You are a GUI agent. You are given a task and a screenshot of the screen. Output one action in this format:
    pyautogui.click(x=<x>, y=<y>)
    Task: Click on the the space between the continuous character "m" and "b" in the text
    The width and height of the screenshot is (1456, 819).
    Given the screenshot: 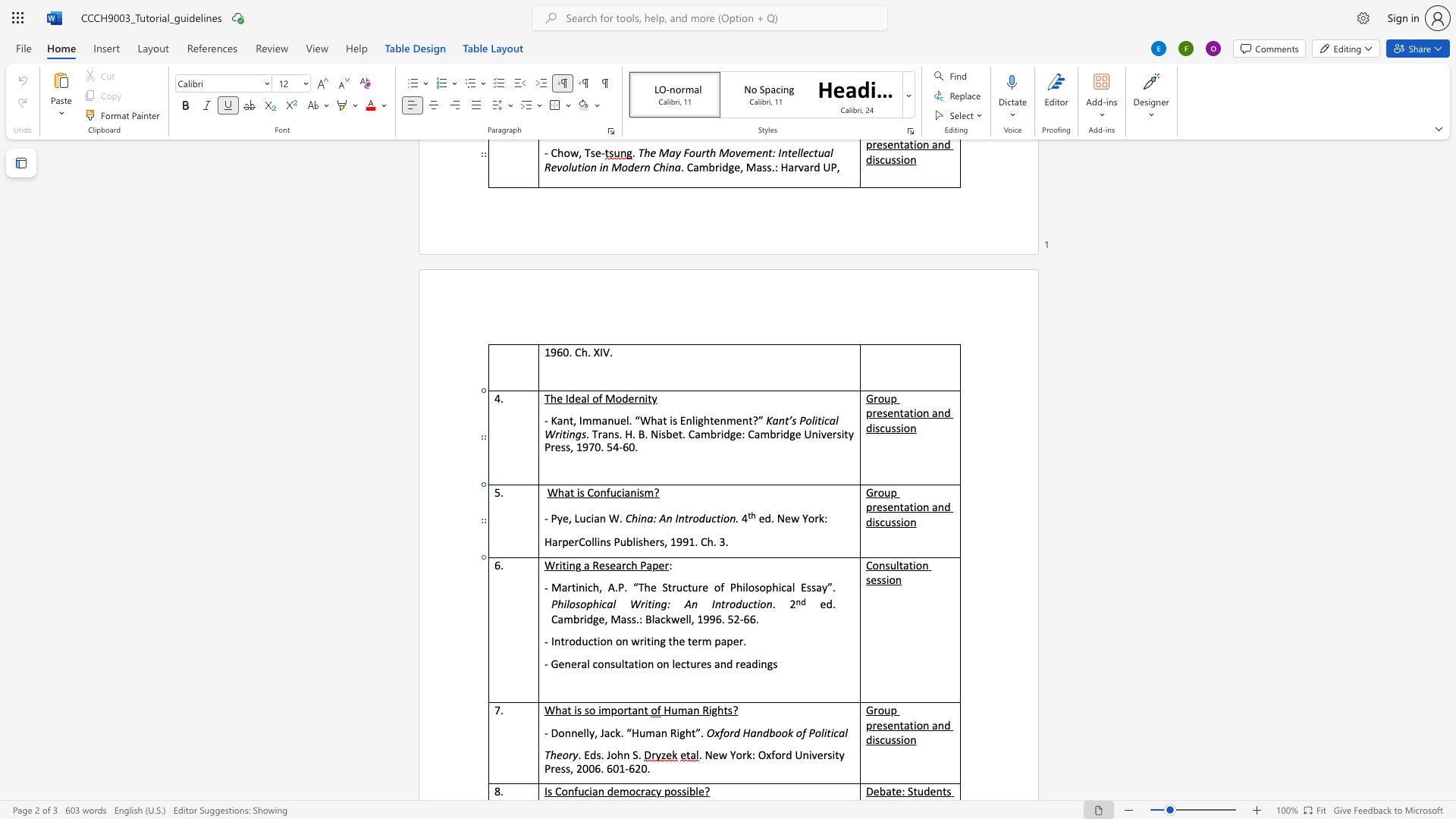 What is the action you would take?
    pyautogui.click(x=571, y=619)
    